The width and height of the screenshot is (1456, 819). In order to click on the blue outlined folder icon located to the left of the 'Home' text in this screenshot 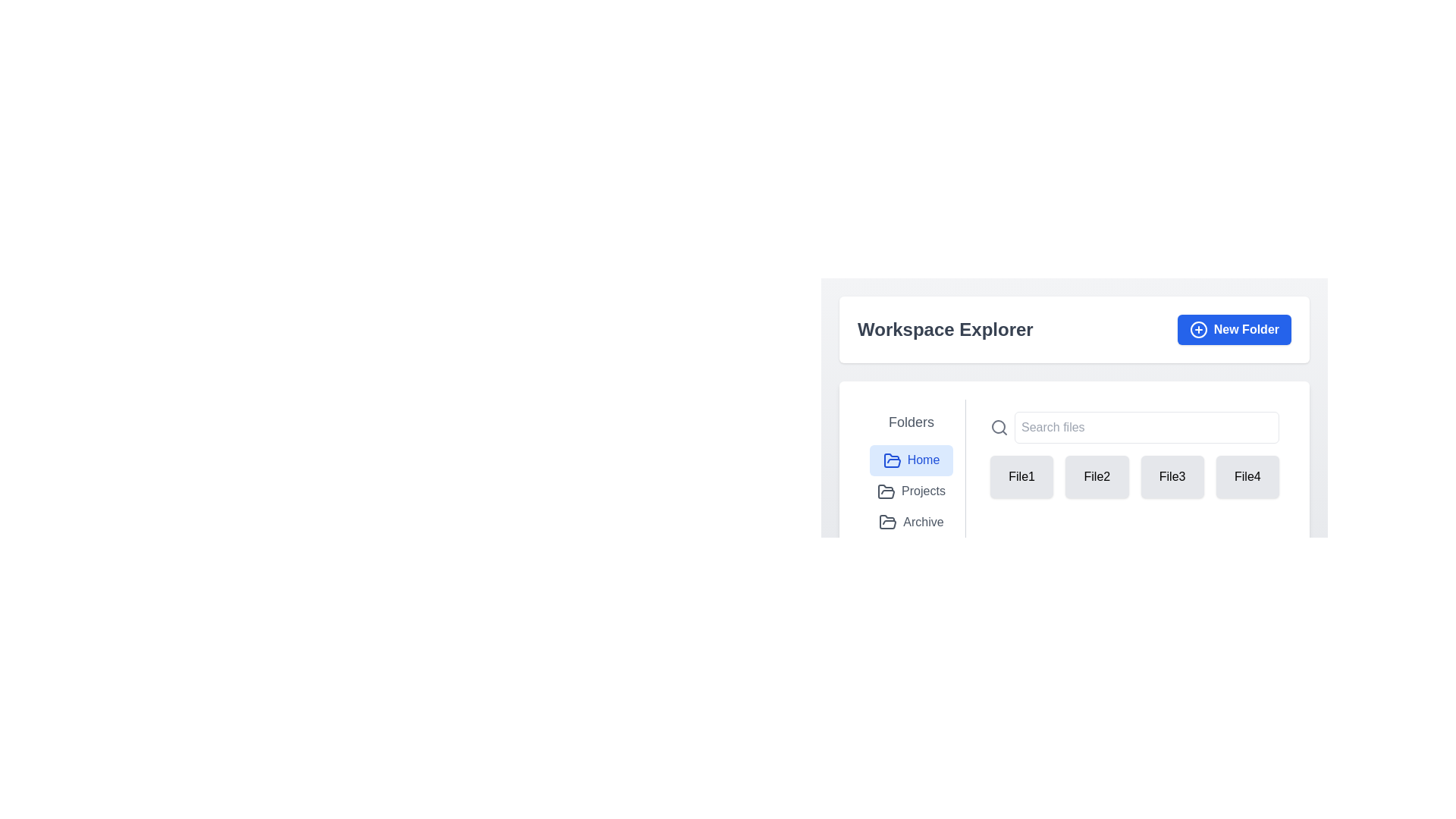, I will do `click(892, 460)`.